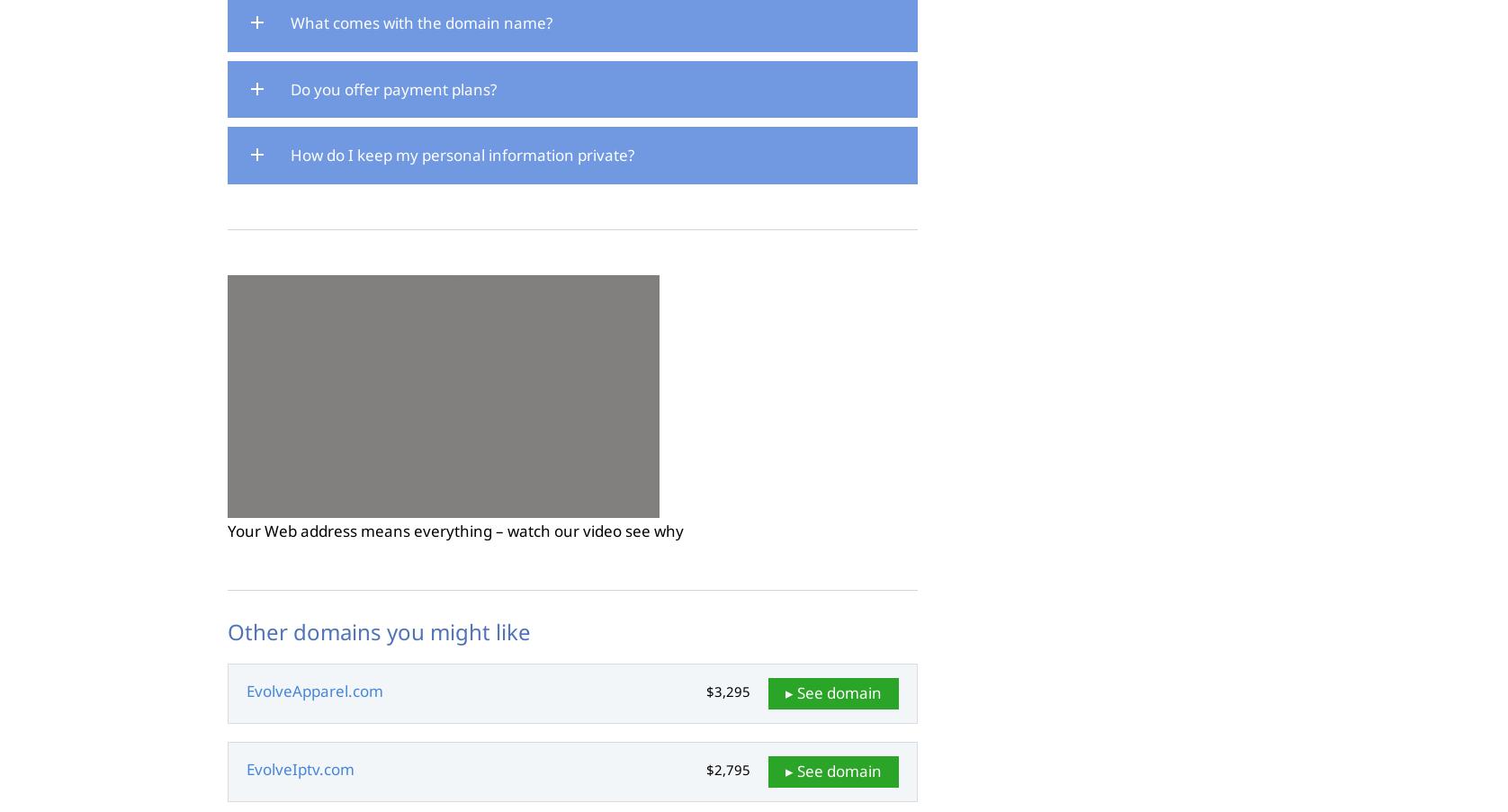 The width and height of the screenshot is (1508, 812). Describe the element at coordinates (313, 691) in the screenshot. I see `'EvolveApparel.com'` at that location.